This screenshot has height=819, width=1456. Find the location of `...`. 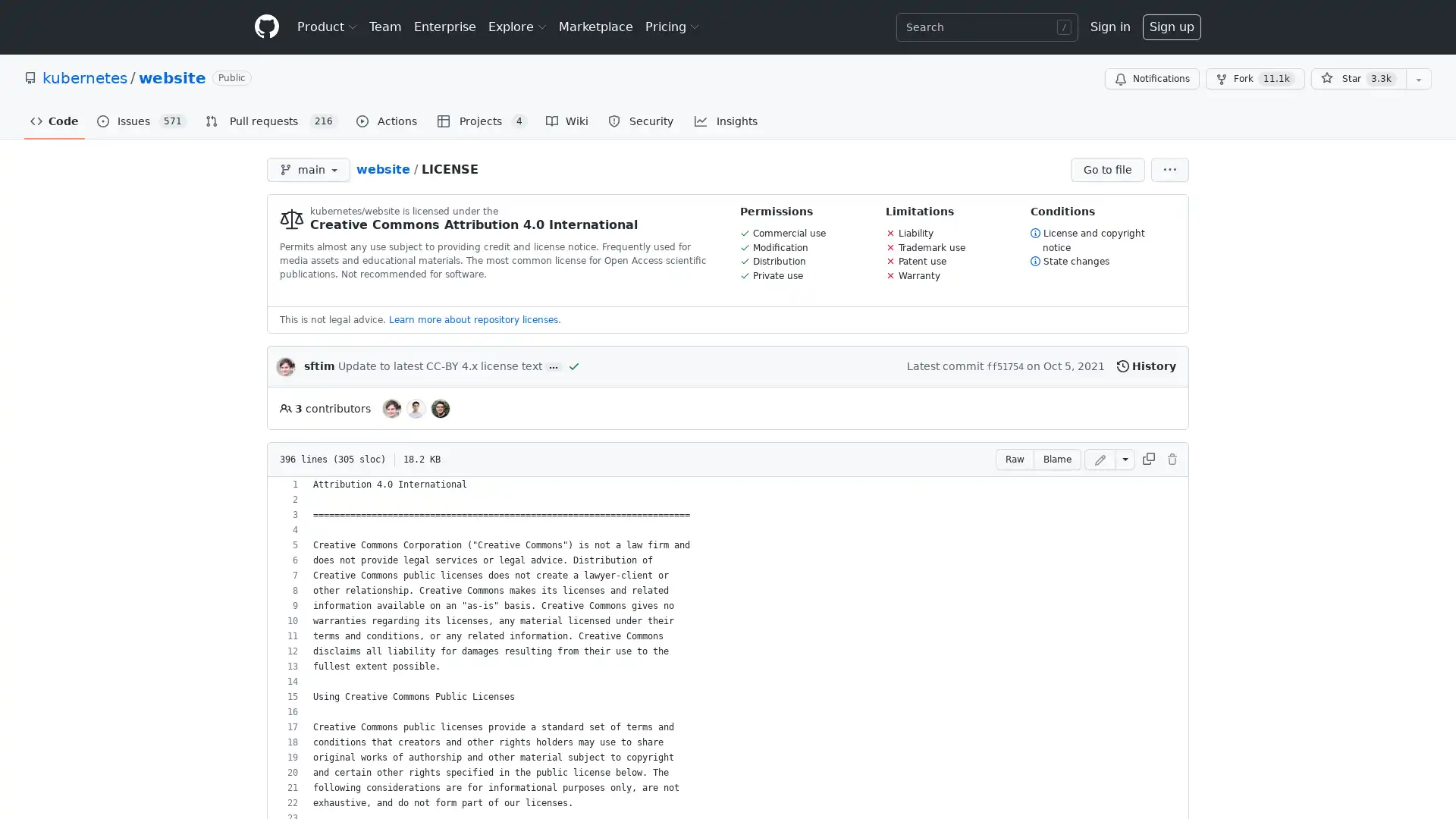

... is located at coordinates (552, 366).